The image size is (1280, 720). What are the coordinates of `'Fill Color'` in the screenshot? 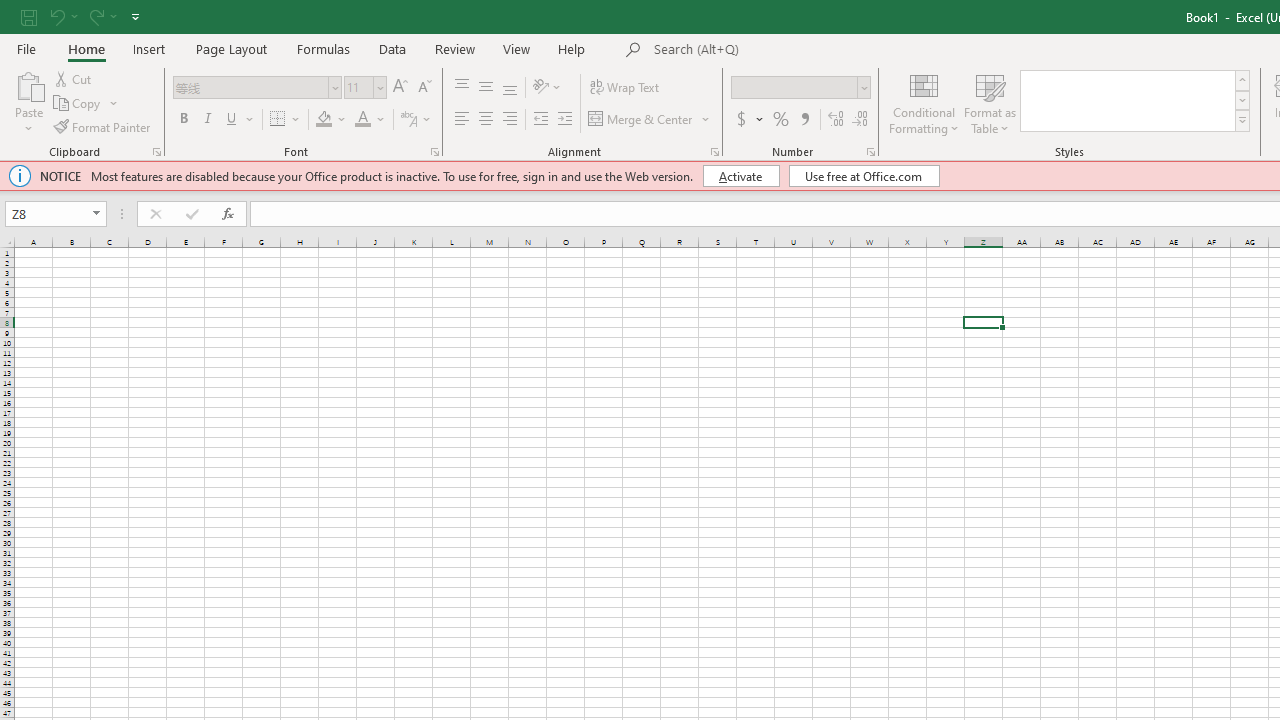 It's located at (331, 119).